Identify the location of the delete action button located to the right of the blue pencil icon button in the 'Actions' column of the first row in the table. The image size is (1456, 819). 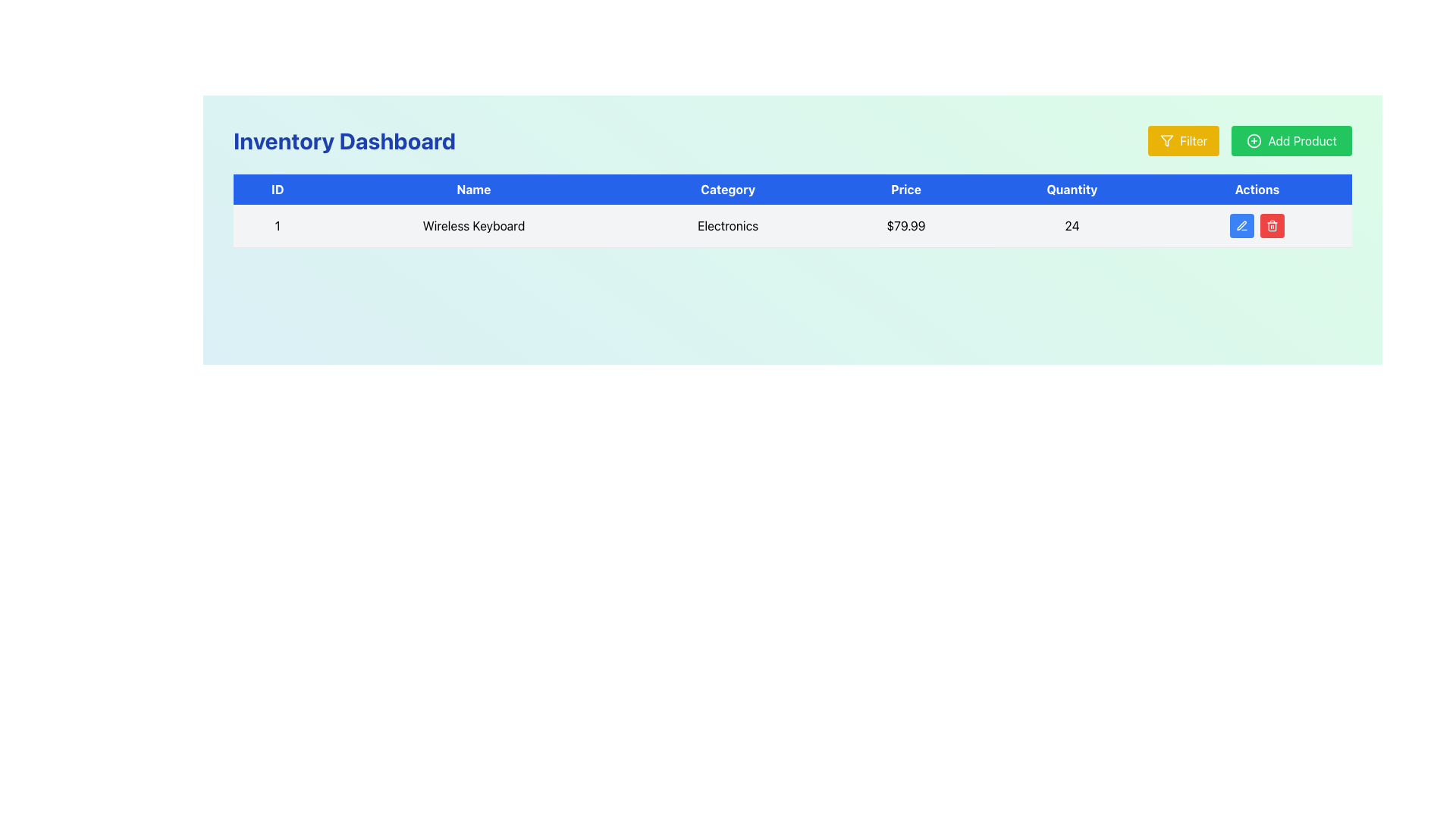
(1272, 225).